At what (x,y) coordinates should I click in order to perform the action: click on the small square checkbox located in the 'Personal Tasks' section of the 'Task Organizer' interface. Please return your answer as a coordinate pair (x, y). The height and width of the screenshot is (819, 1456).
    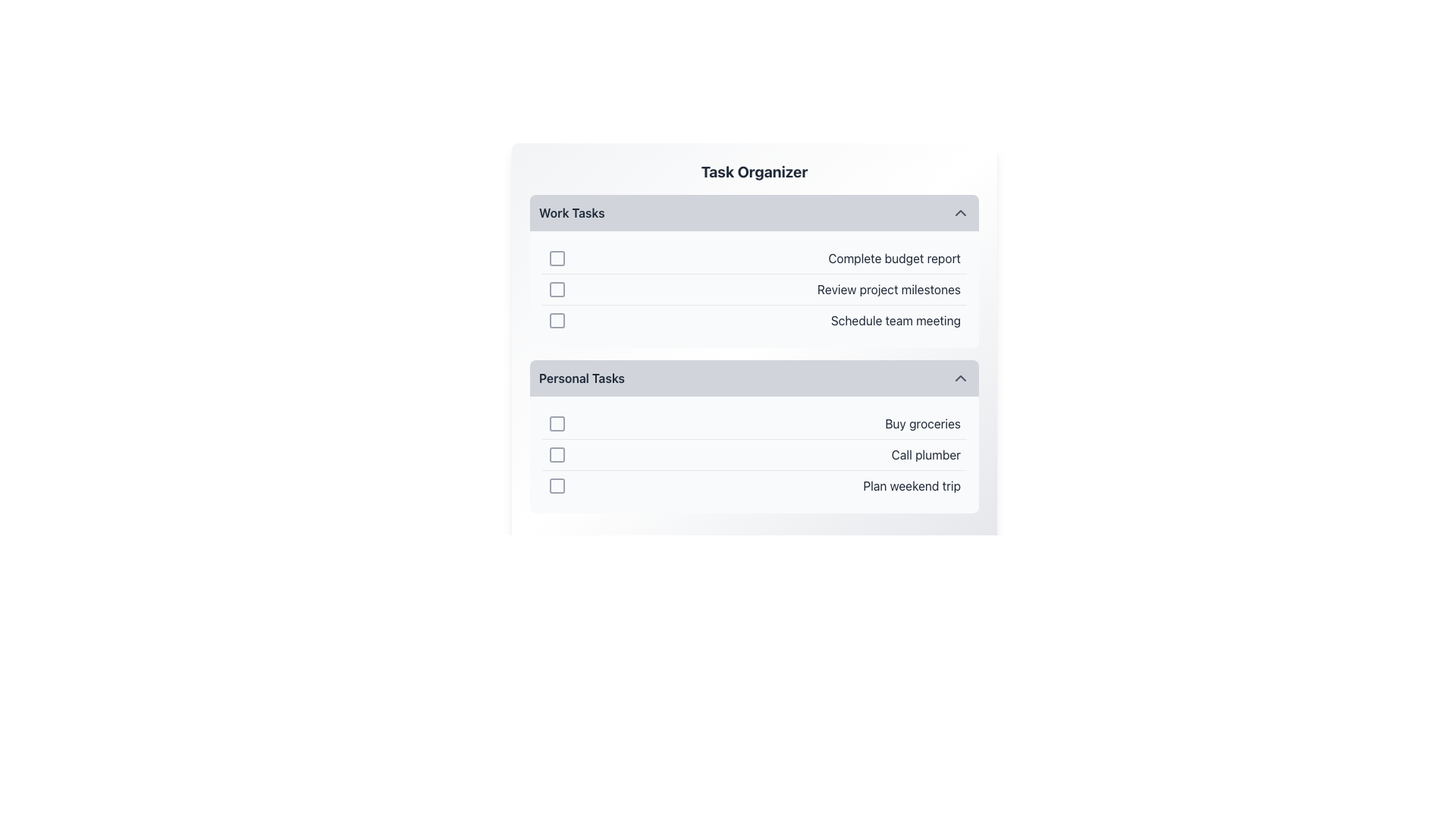
    Looking at the image, I should click on (556, 485).